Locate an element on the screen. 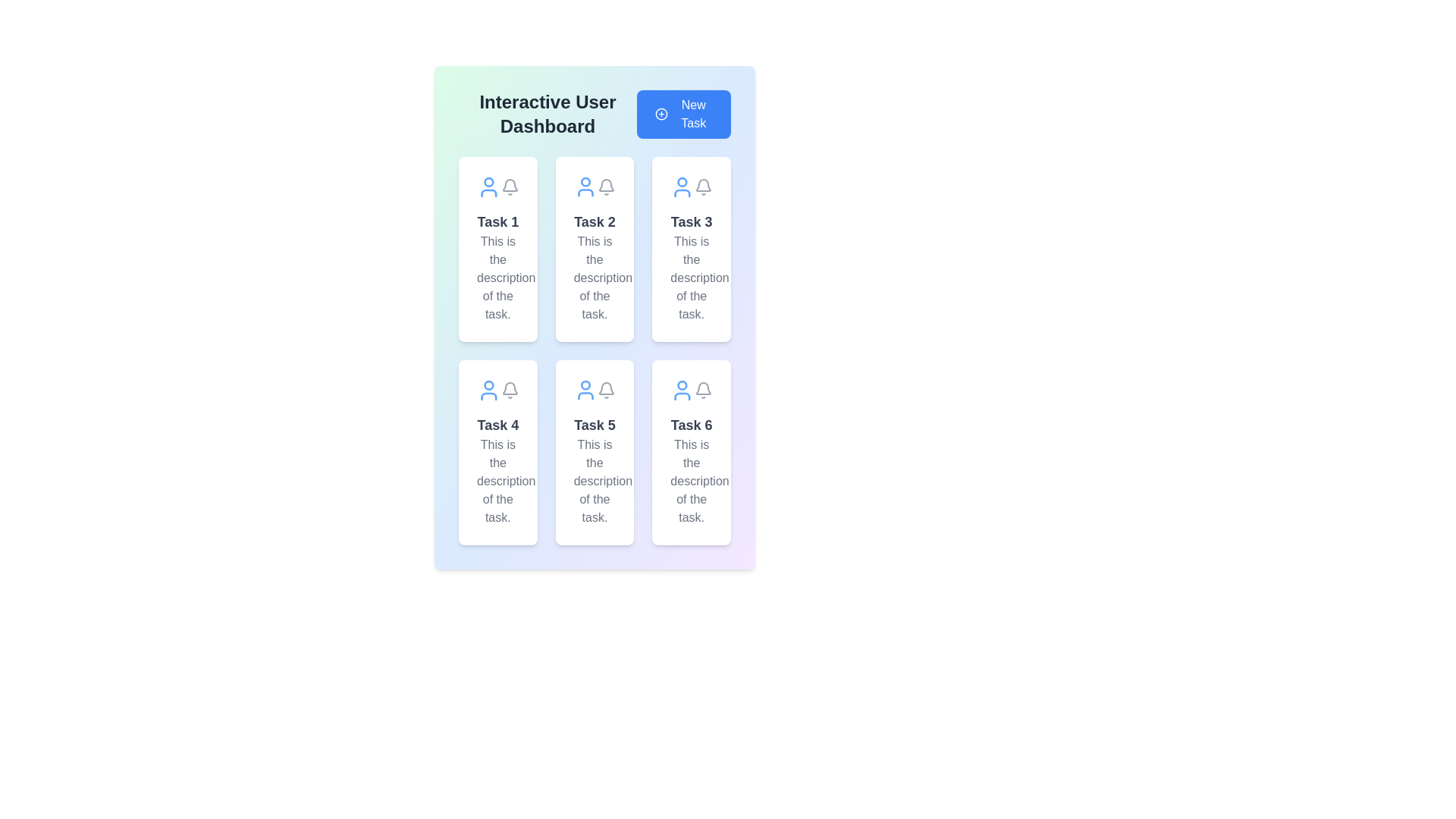 This screenshot has width=1456, height=819. the user profile icon located in the top-left of the second card from the left in the top row of the grid layout is located at coordinates (585, 186).